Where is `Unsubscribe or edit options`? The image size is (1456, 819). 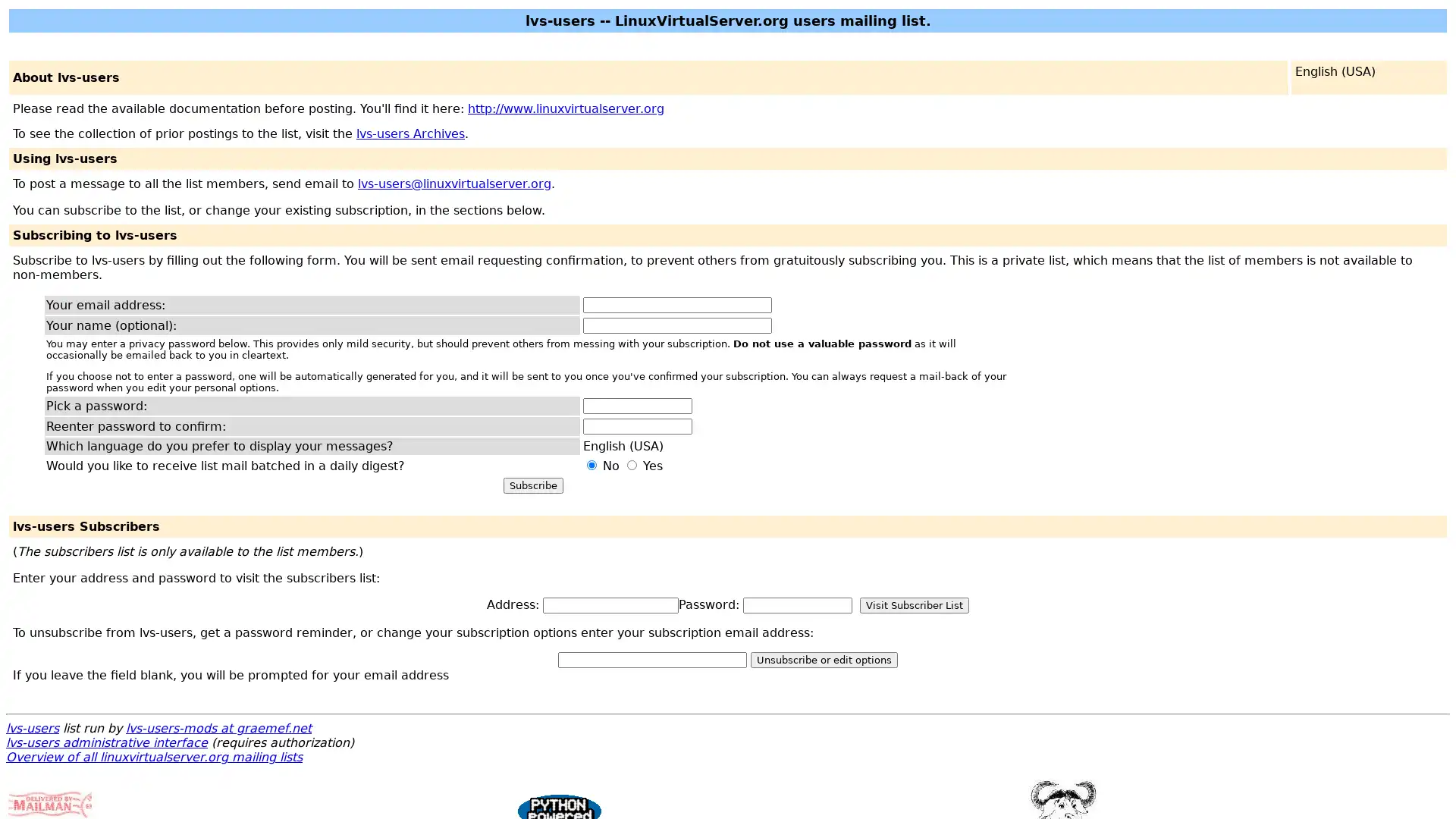 Unsubscribe or edit options is located at coordinates (823, 659).